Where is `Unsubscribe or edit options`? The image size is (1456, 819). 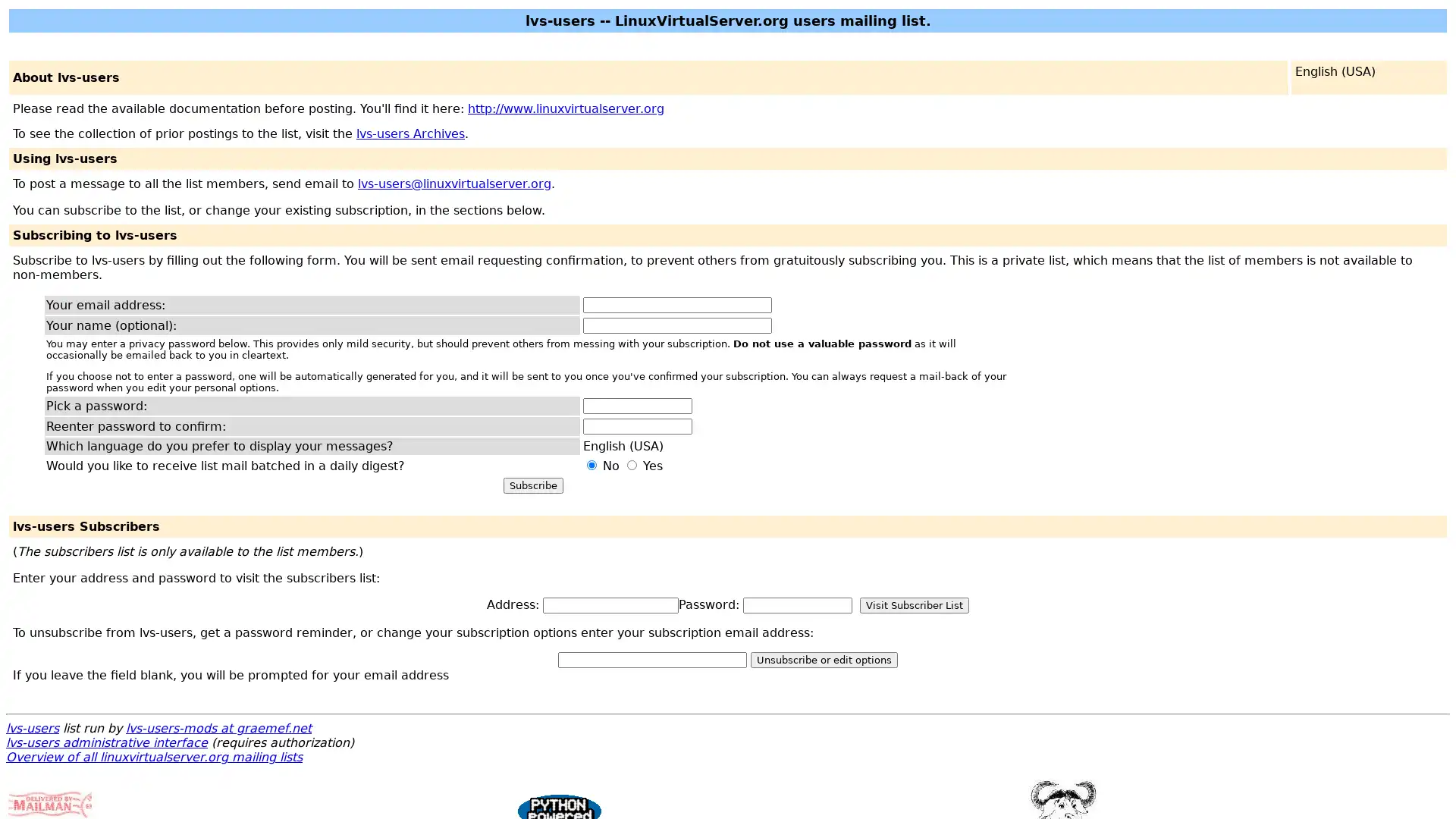 Unsubscribe or edit options is located at coordinates (823, 659).